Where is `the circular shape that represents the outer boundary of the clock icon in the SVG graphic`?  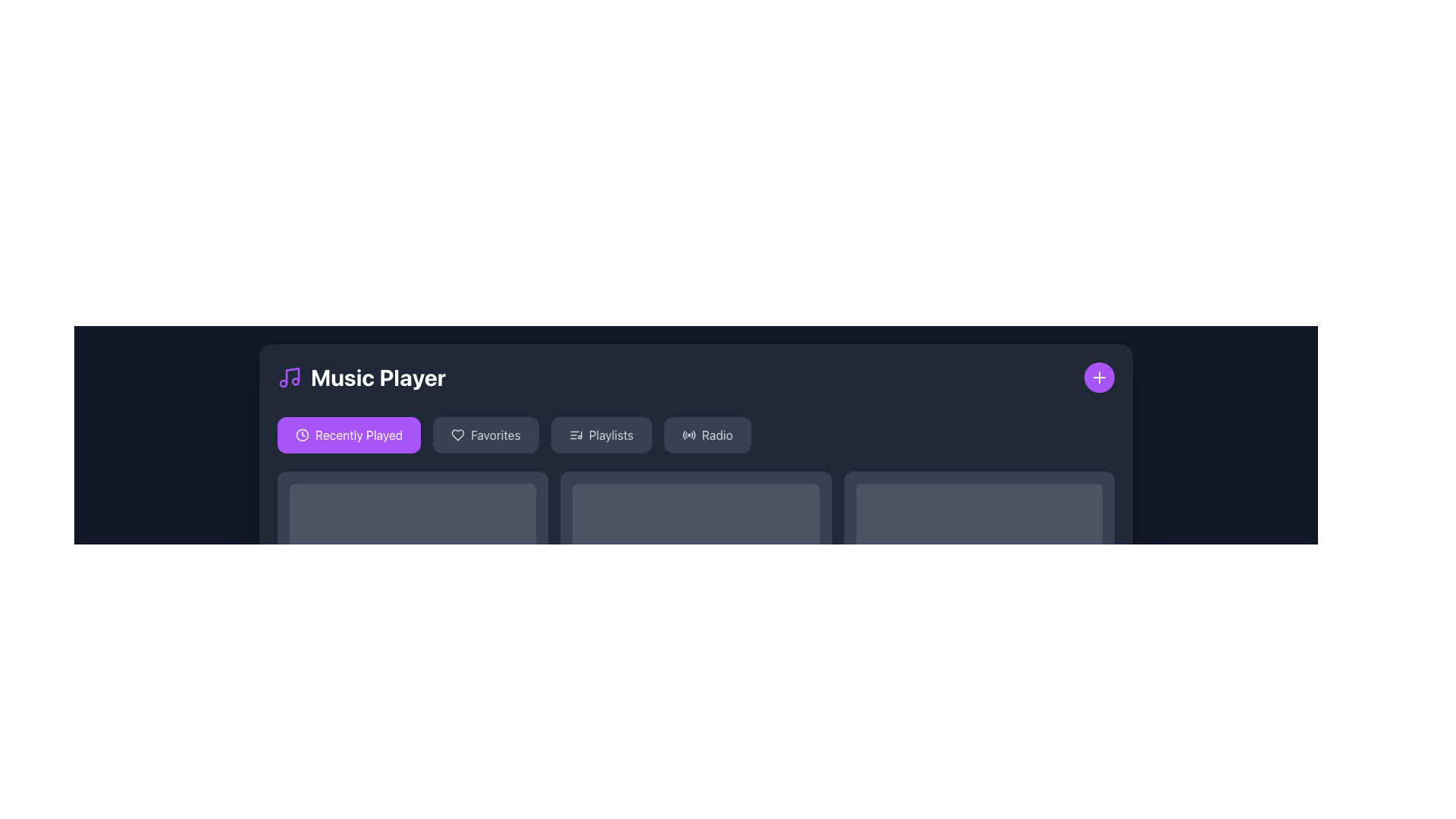
the circular shape that represents the outer boundary of the clock icon in the SVG graphic is located at coordinates (302, 435).